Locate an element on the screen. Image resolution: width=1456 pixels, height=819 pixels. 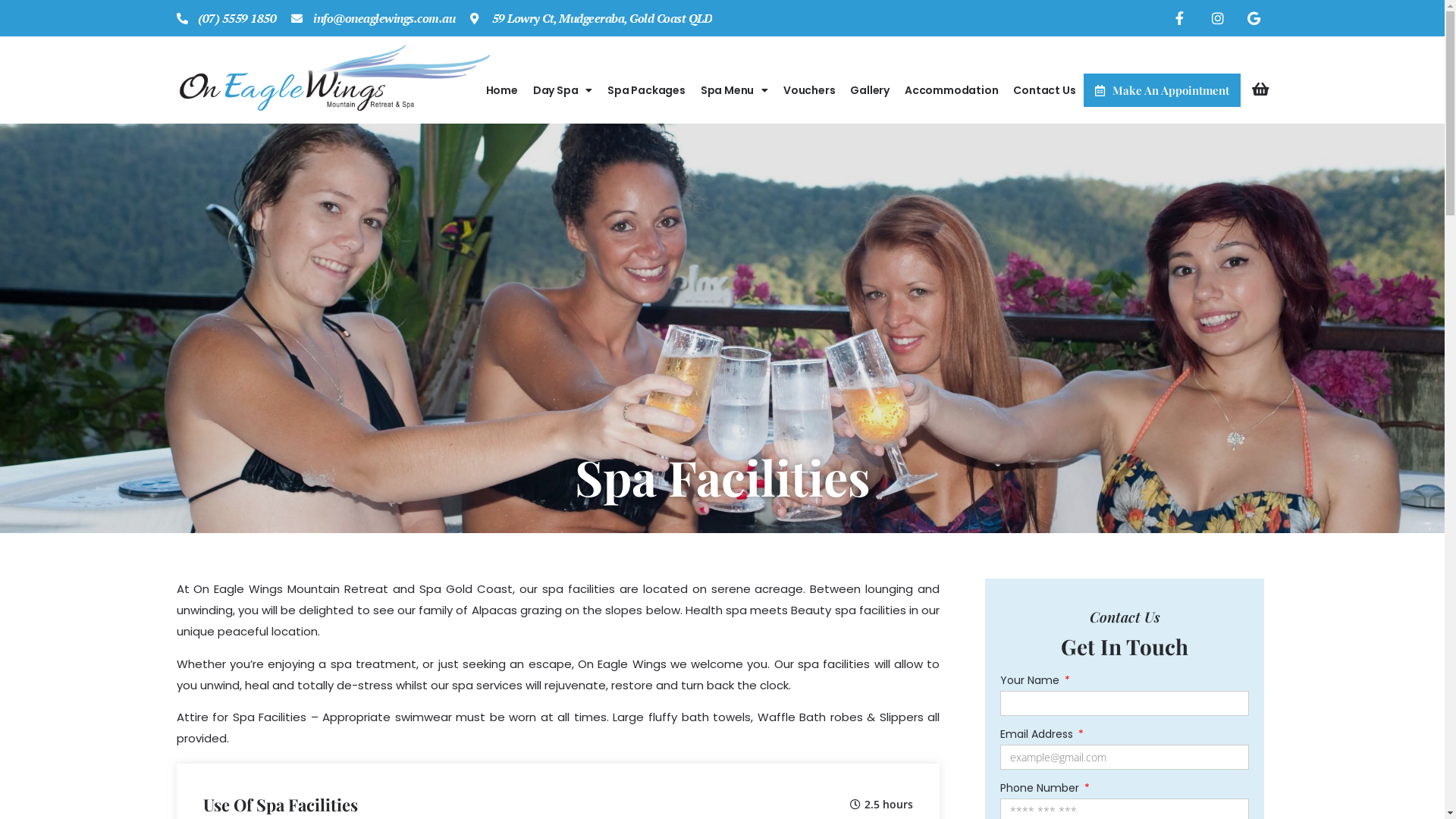
'Make An Appointment' is located at coordinates (1161, 90).